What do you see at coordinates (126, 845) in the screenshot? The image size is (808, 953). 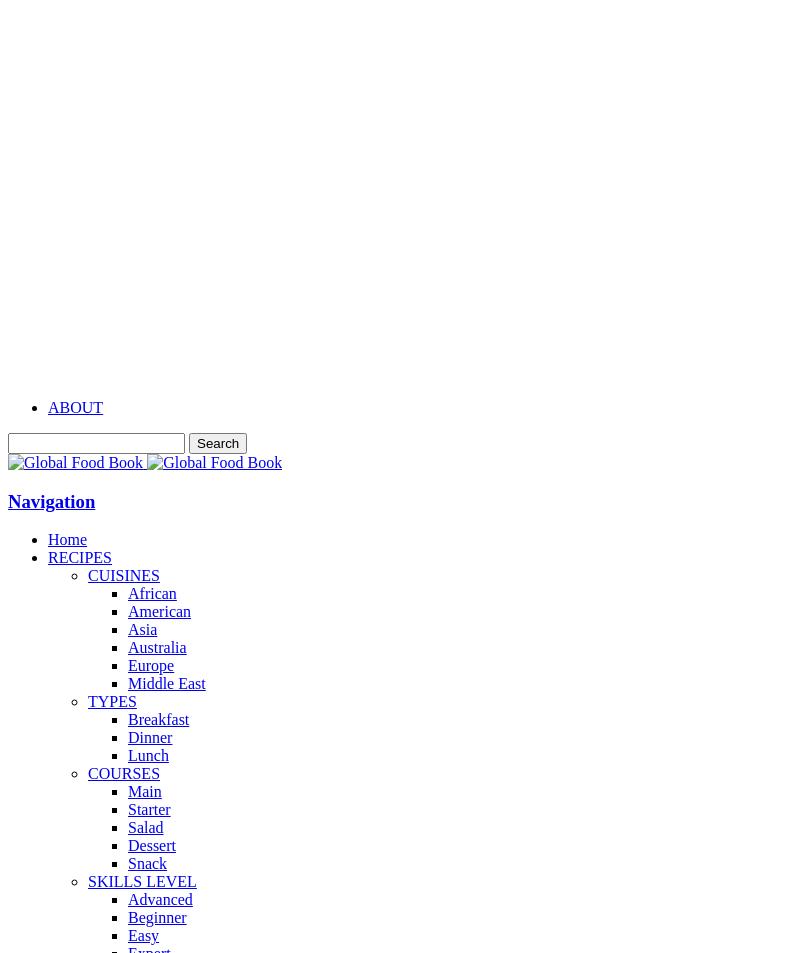 I see `'Dessert'` at bounding box center [126, 845].